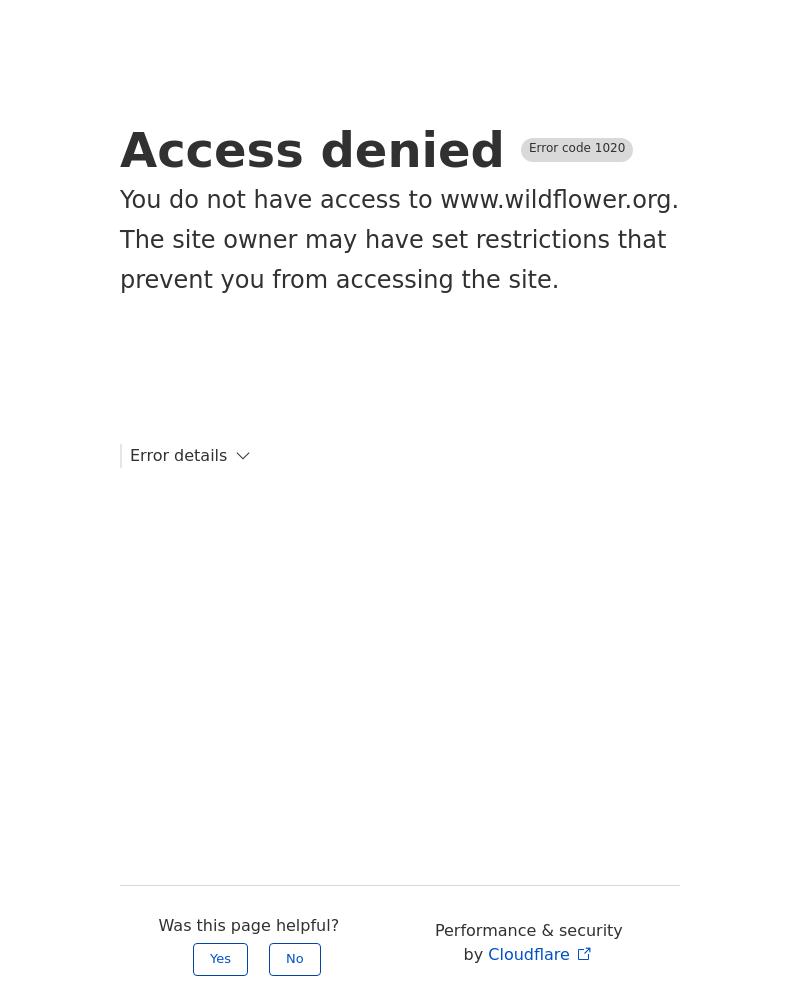  What do you see at coordinates (177, 454) in the screenshot?
I see `'Error details'` at bounding box center [177, 454].